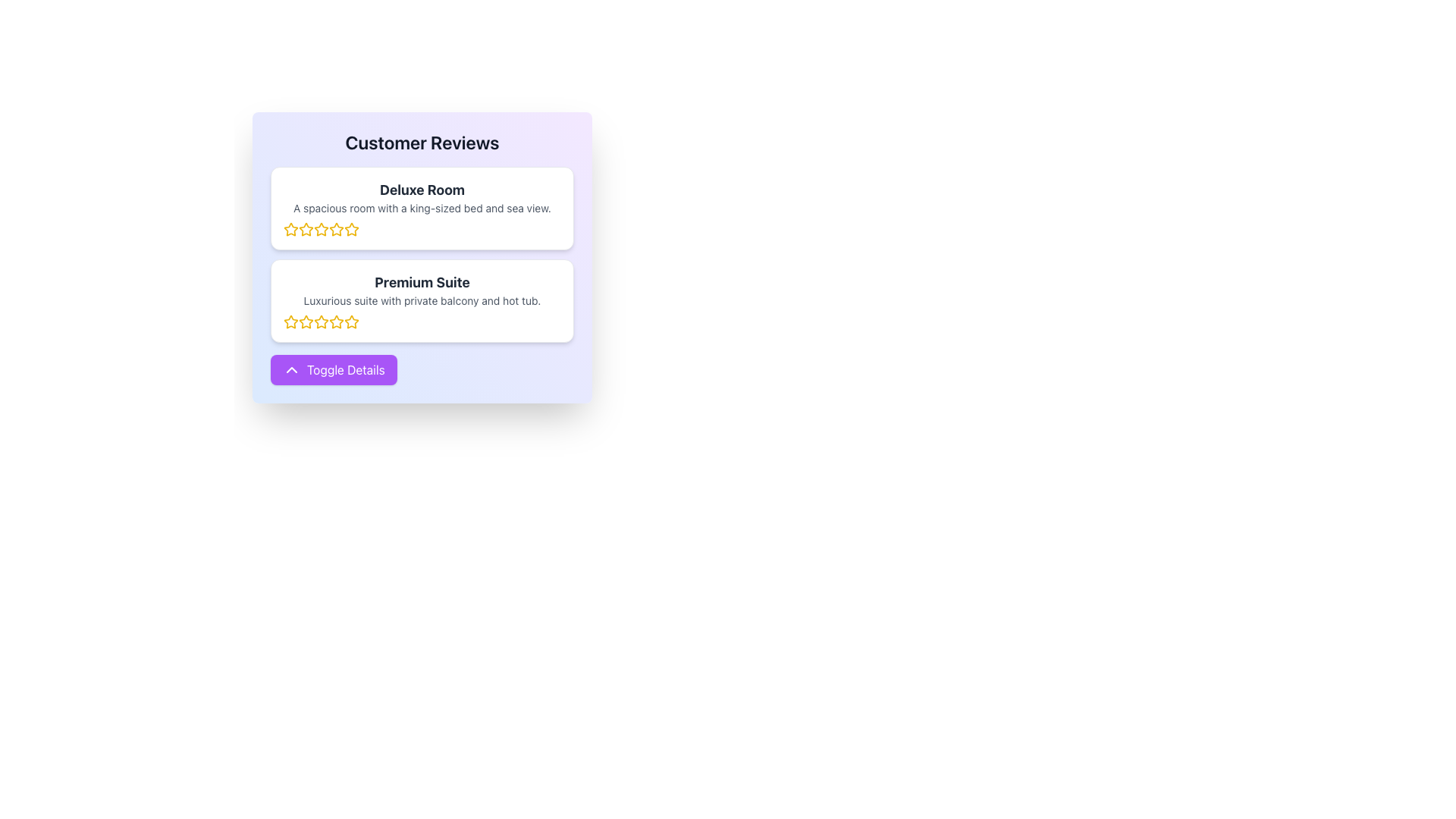 The image size is (1456, 819). I want to click on the third star icon in the rating system under the 'Premium Suite' section, so click(305, 321).